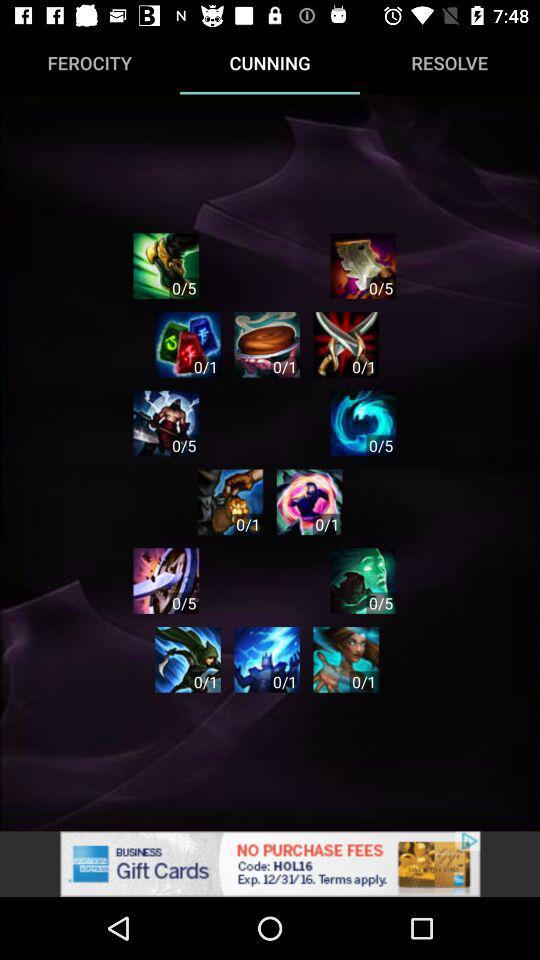 Image resolution: width=540 pixels, height=960 pixels. What do you see at coordinates (345, 658) in the screenshot?
I see `the app option` at bounding box center [345, 658].